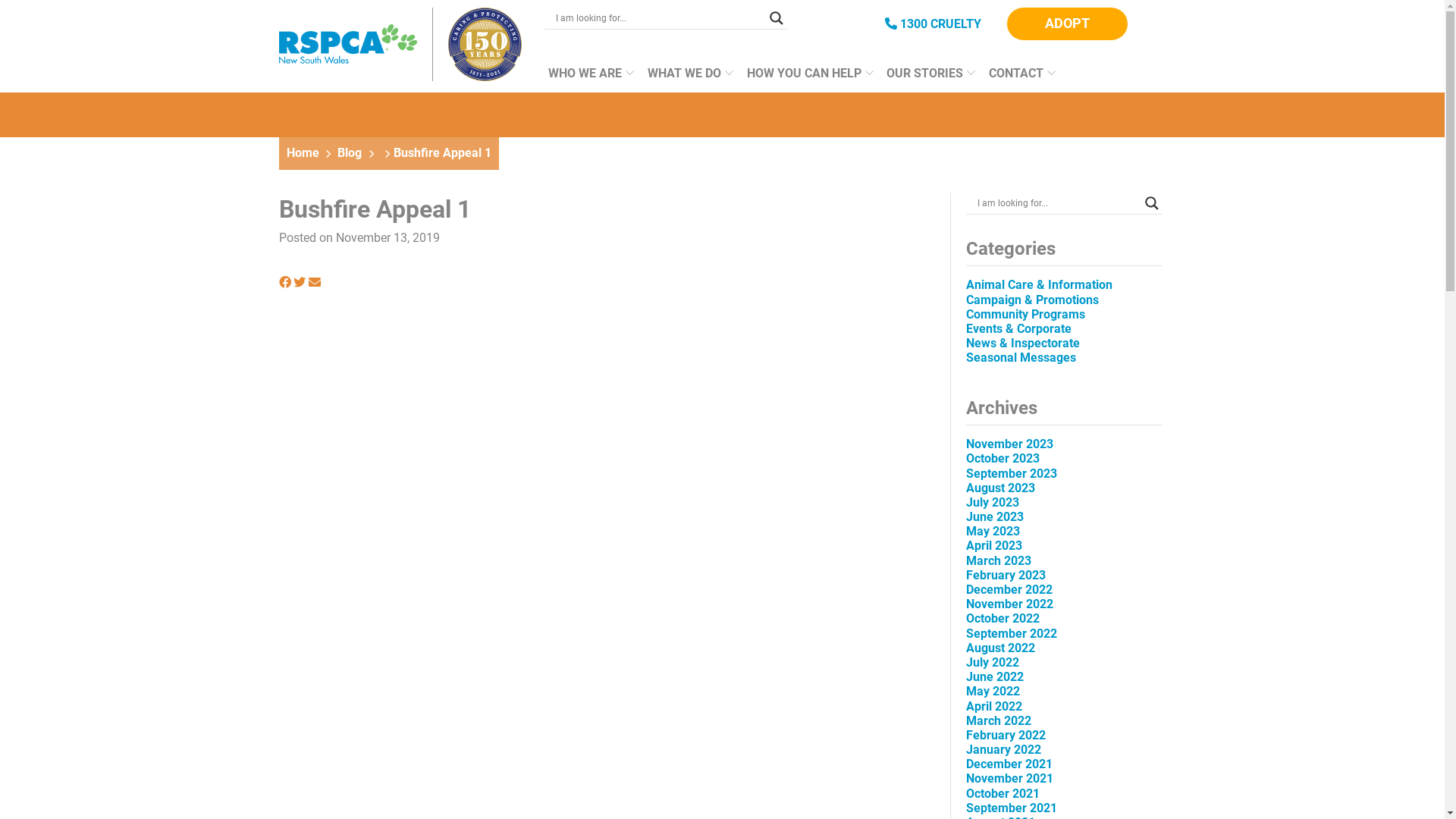  Describe the element at coordinates (965, 516) in the screenshot. I see `'June 2023'` at that location.